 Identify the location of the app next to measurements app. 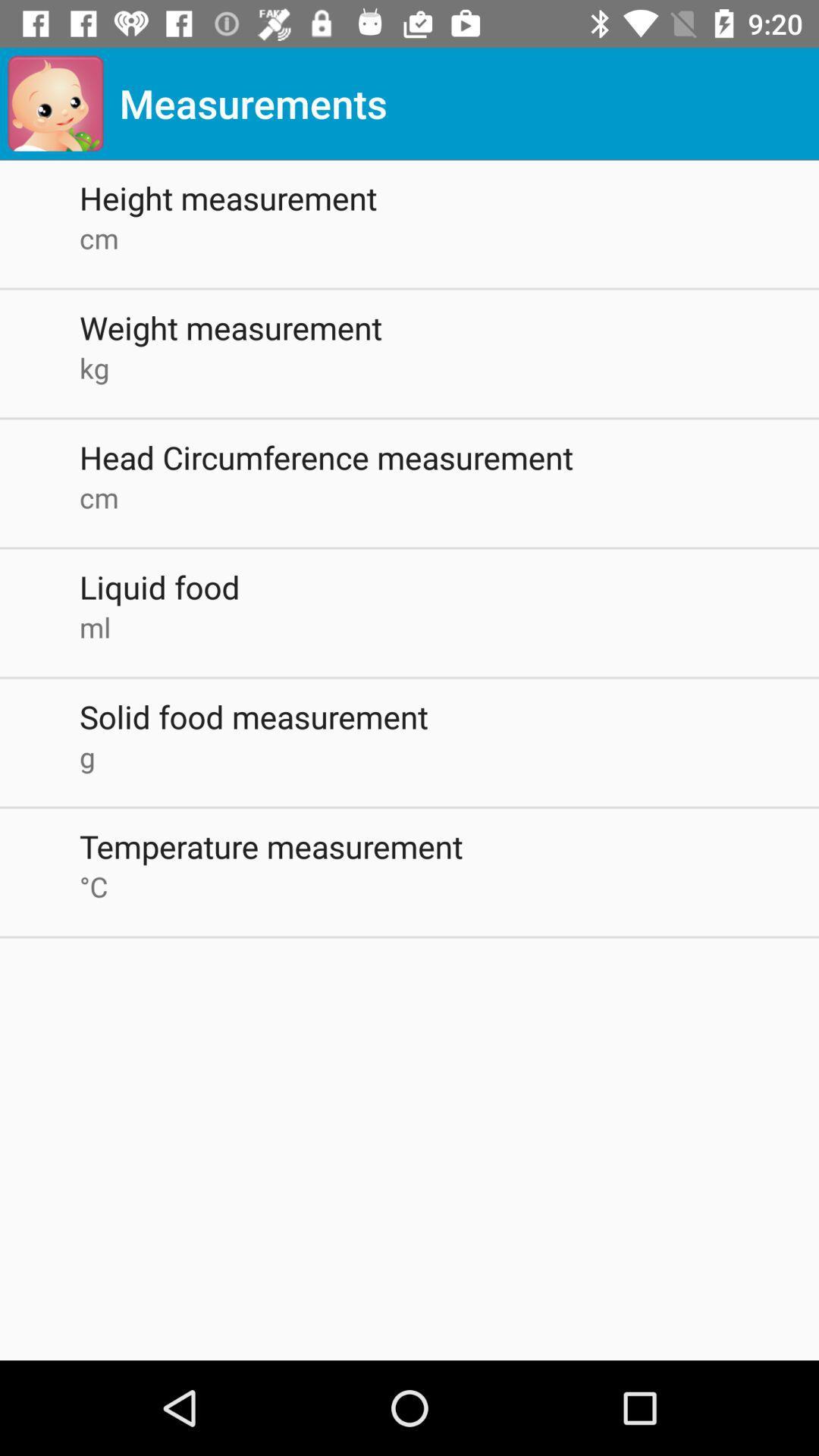
(55, 102).